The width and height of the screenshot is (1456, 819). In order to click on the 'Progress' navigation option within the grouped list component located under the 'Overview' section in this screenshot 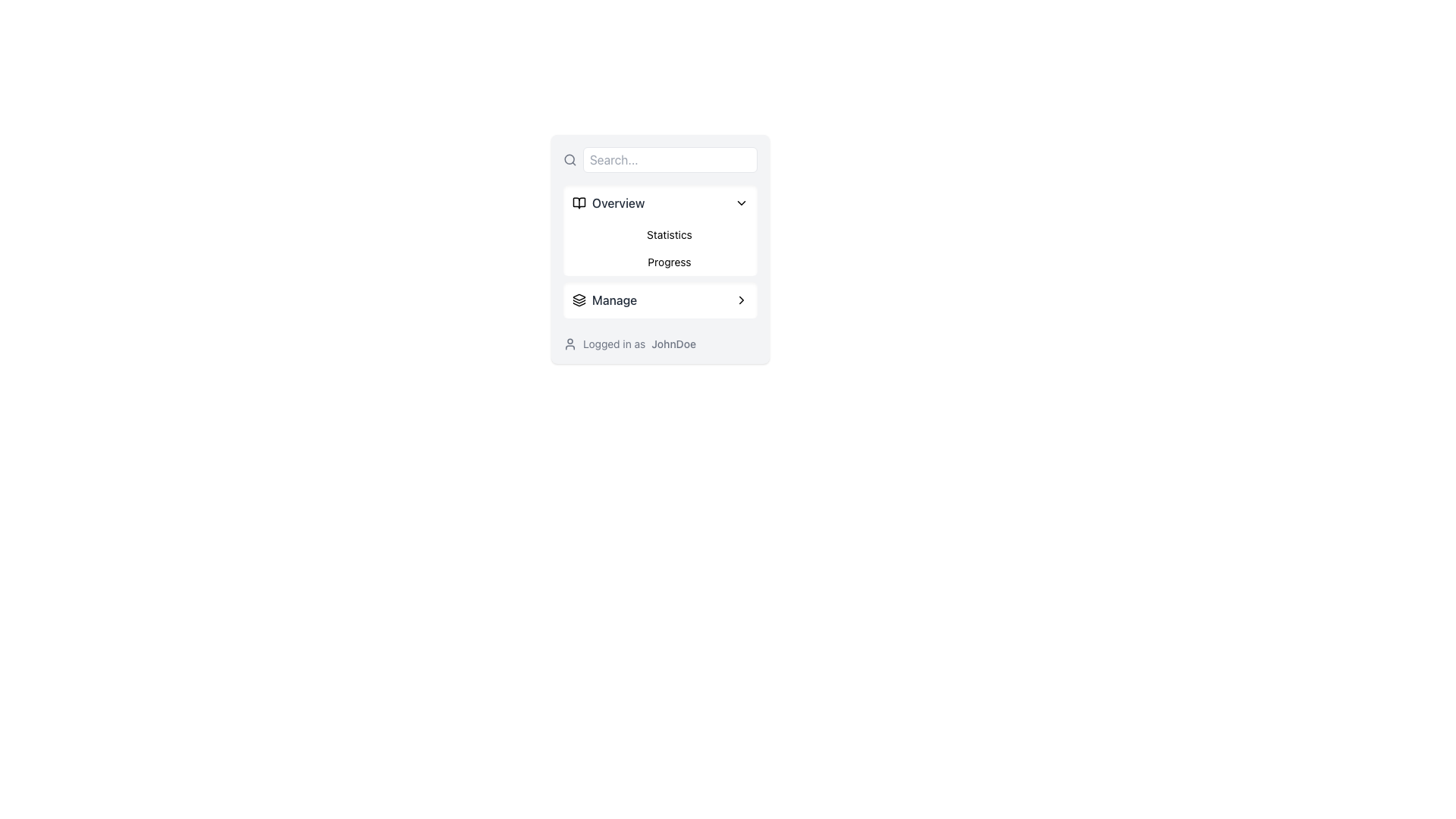, I will do `click(660, 247)`.